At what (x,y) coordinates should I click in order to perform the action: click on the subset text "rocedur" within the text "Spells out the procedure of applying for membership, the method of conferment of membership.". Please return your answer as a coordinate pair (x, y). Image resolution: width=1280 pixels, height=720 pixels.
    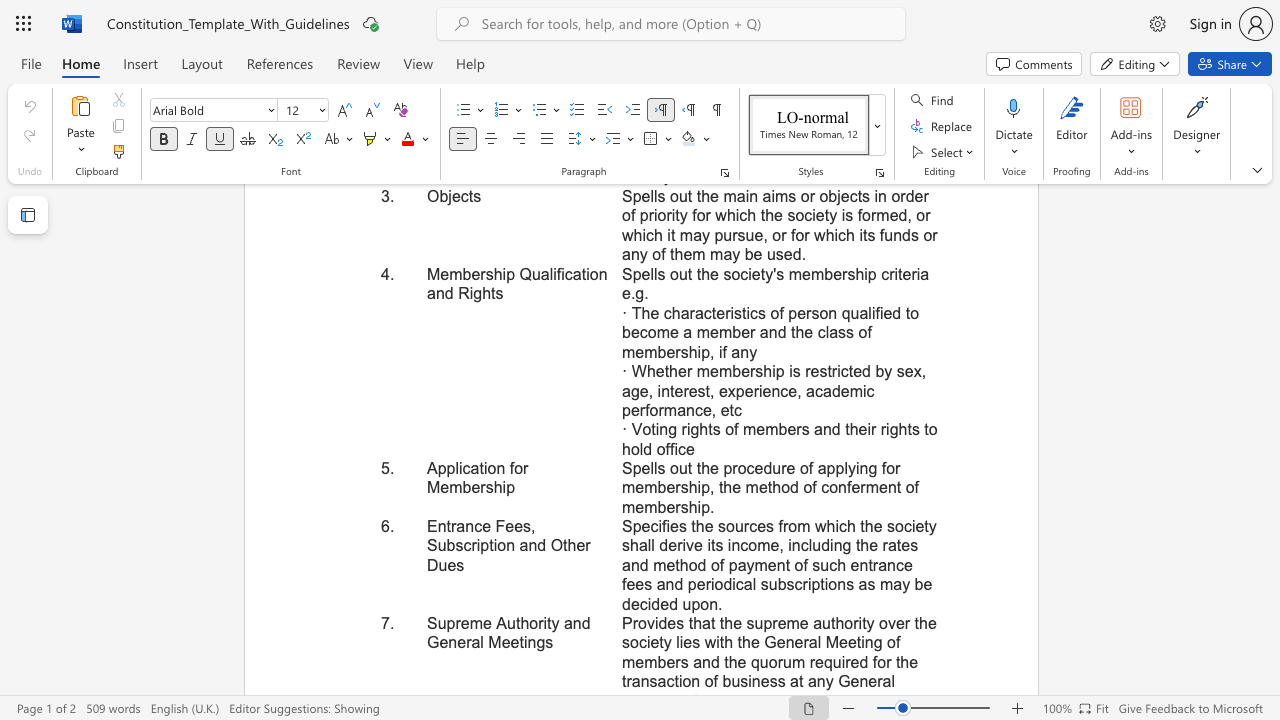
    Looking at the image, I should click on (731, 468).